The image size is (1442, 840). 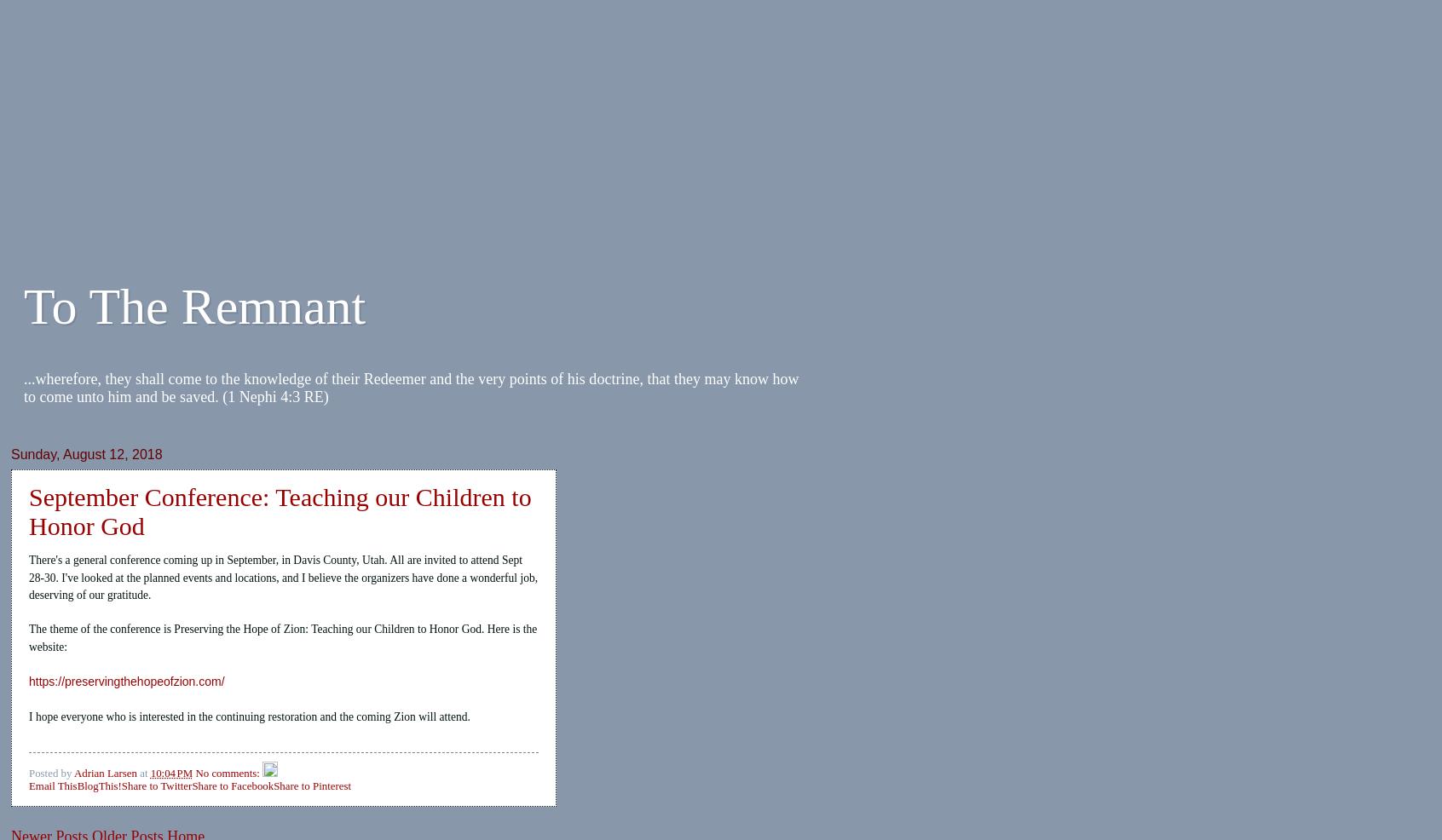 What do you see at coordinates (192, 785) in the screenshot?
I see `'Share to Facebook'` at bounding box center [192, 785].